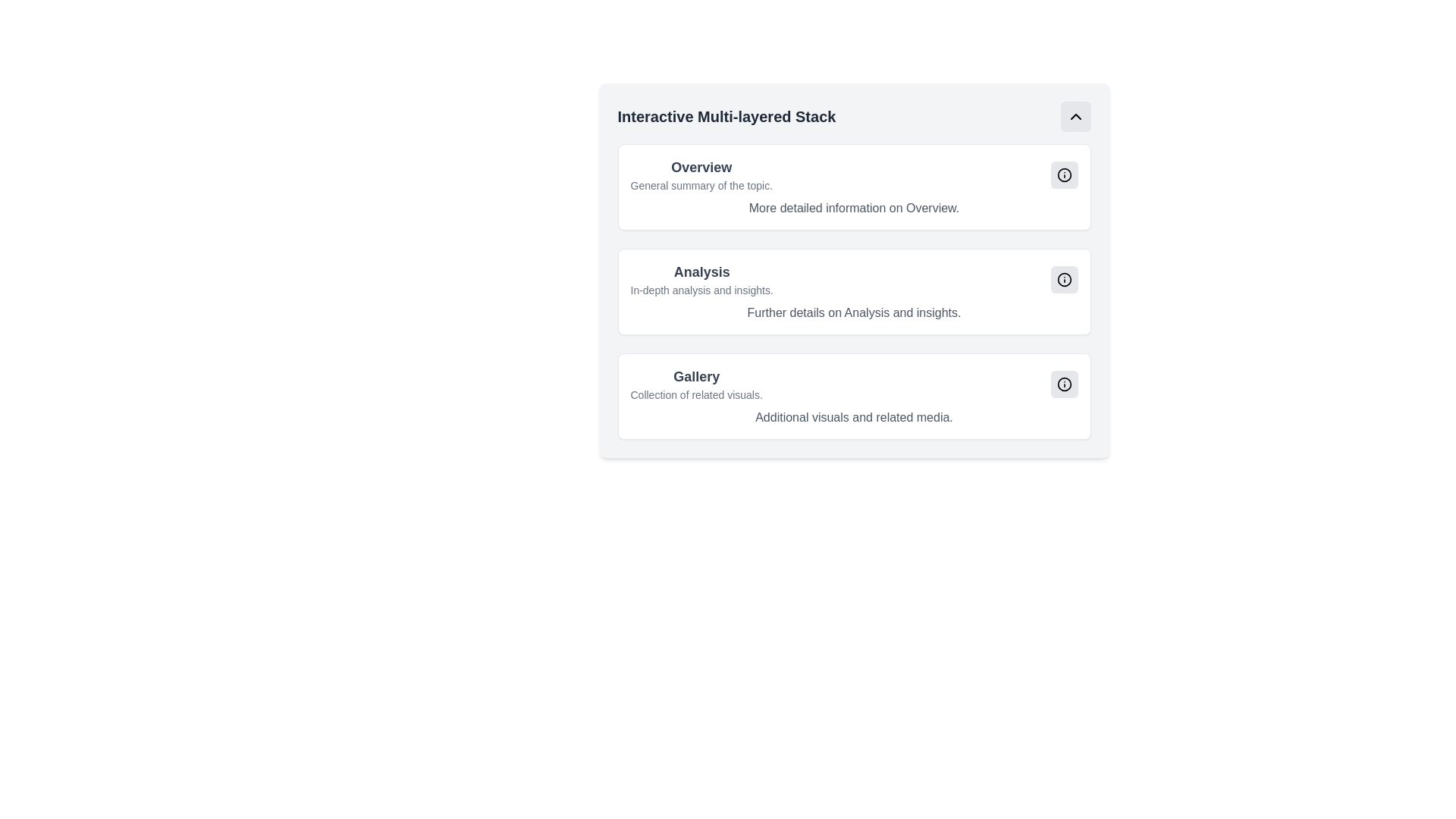  What do you see at coordinates (695, 383) in the screenshot?
I see `the Descriptive text group that labels and describes a section related to visual collections, positioned below 'Analysis' and above an interactive icon` at bounding box center [695, 383].